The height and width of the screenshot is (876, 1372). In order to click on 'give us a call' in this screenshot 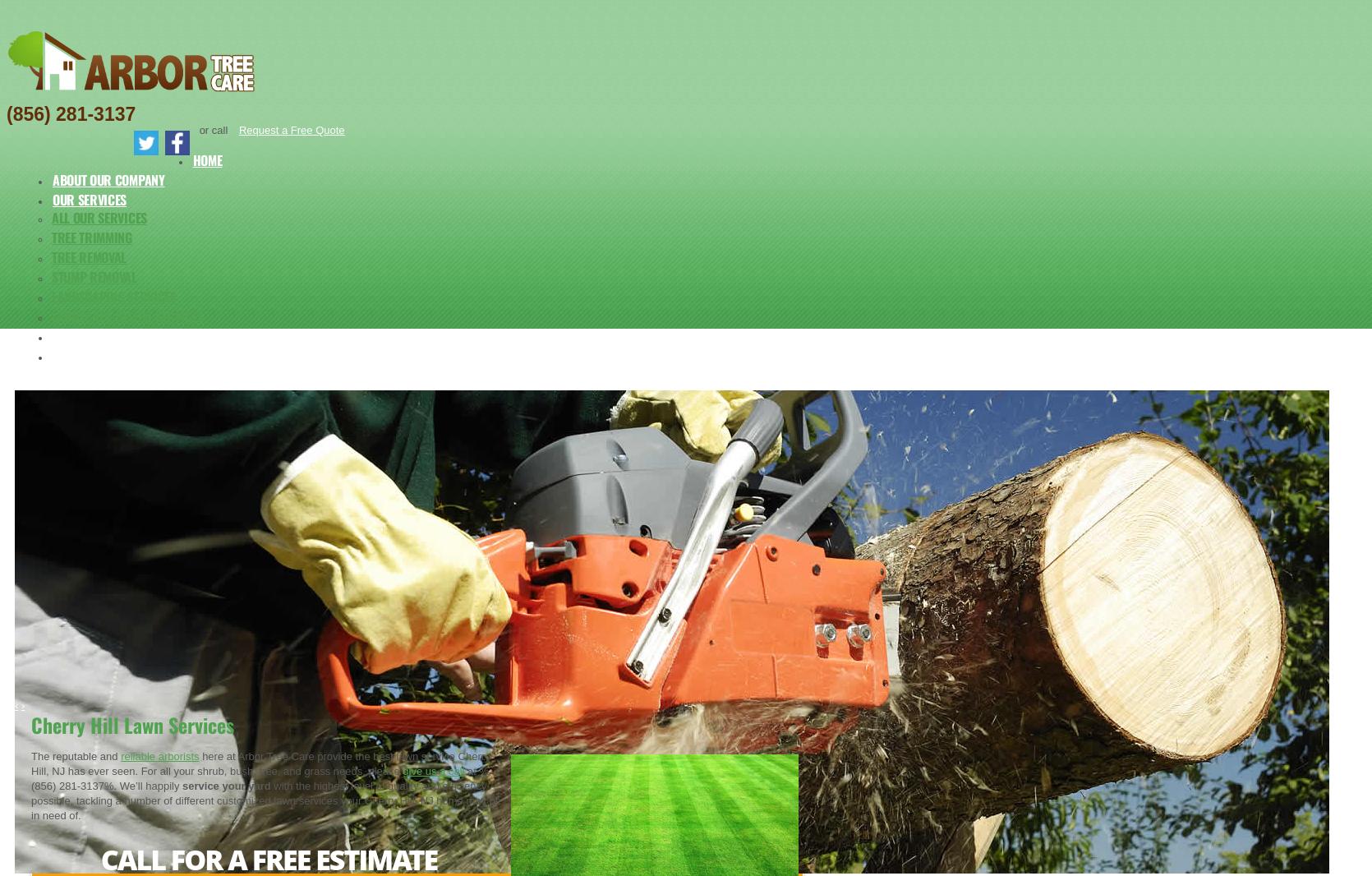, I will do `click(433, 771)`.